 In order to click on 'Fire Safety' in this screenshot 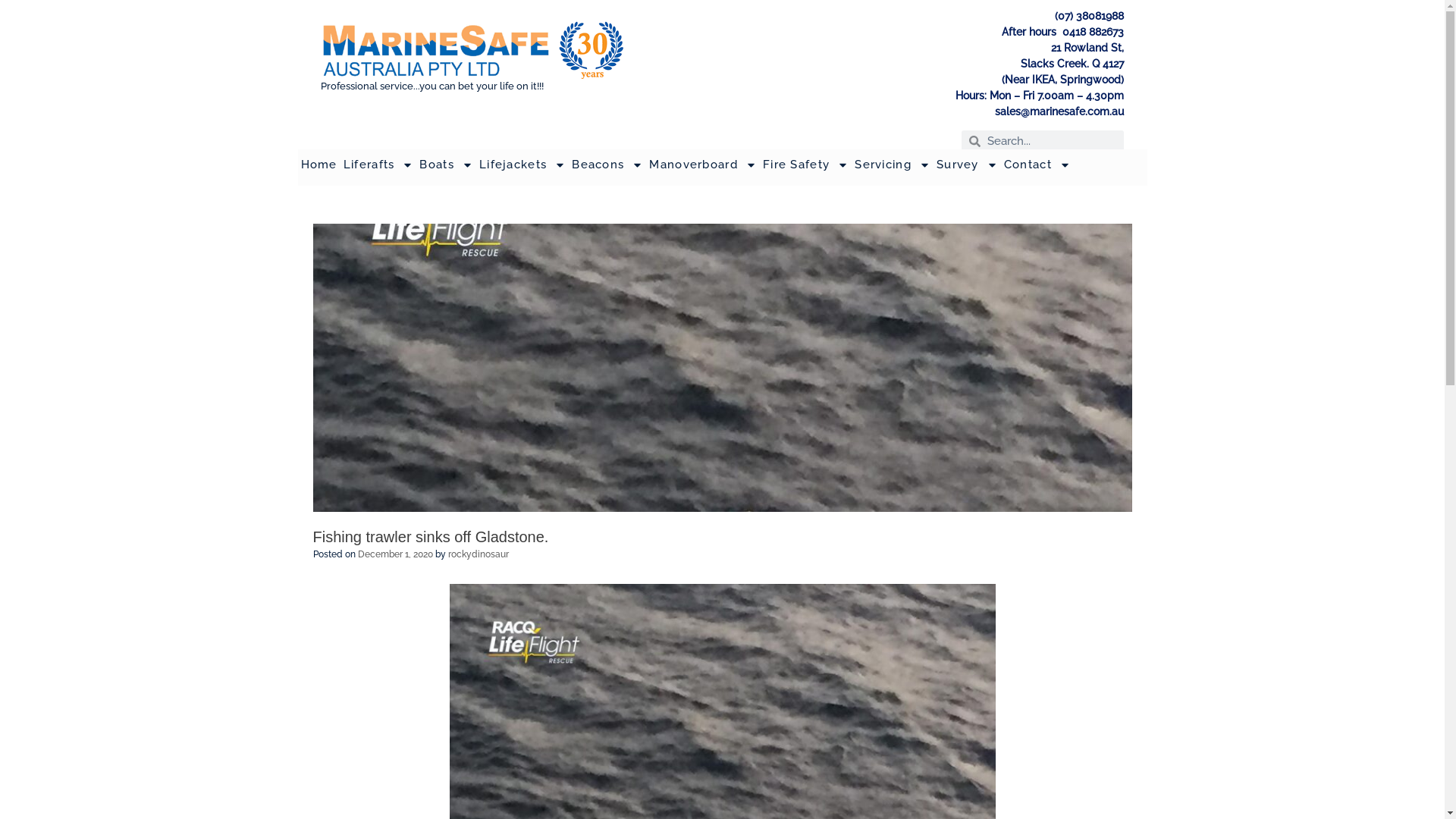, I will do `click(805, 165)`.